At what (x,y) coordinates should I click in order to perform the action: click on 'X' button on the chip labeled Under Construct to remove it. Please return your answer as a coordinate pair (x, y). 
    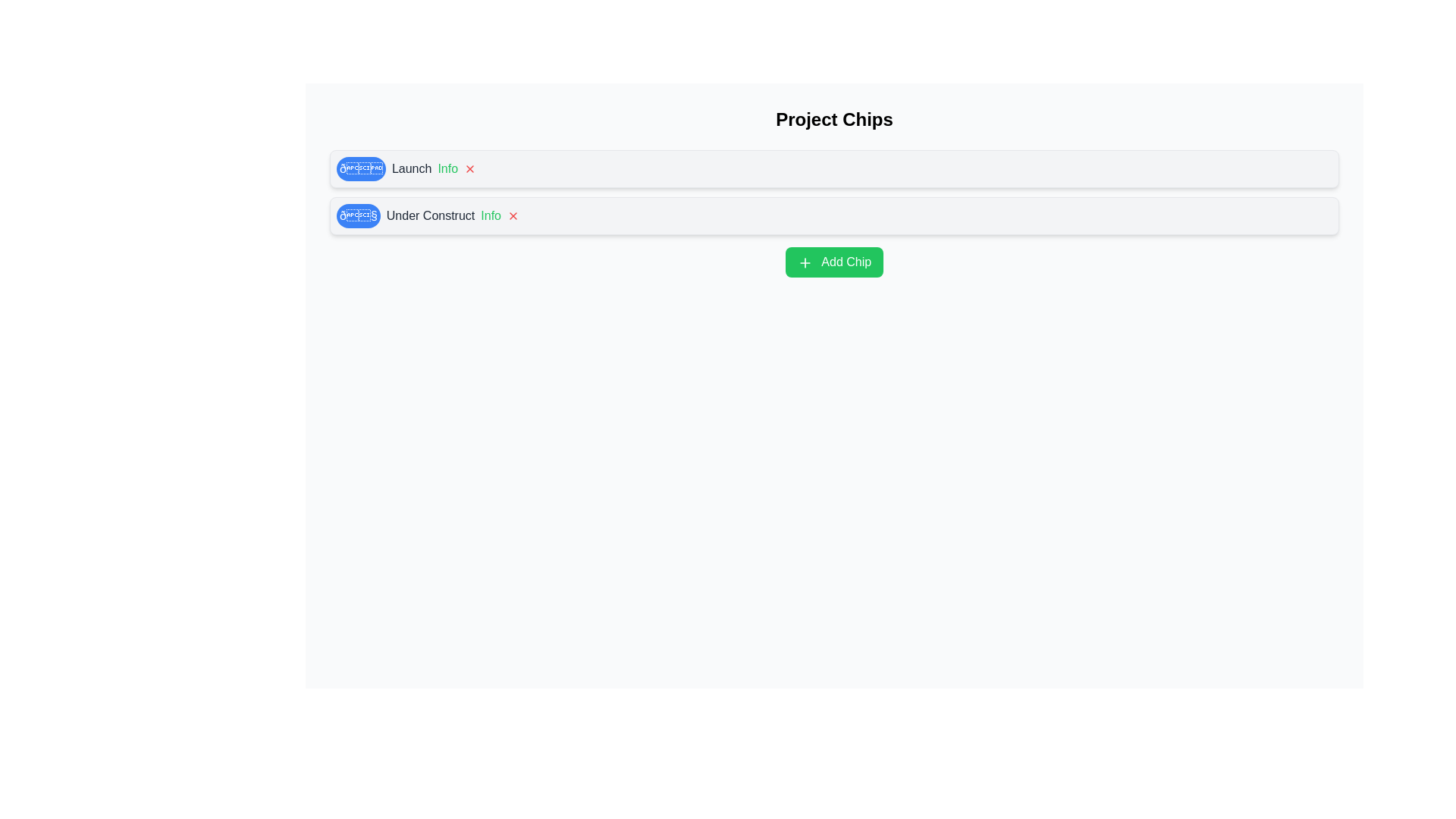
    Looking at the image, I should click on (513, 216).